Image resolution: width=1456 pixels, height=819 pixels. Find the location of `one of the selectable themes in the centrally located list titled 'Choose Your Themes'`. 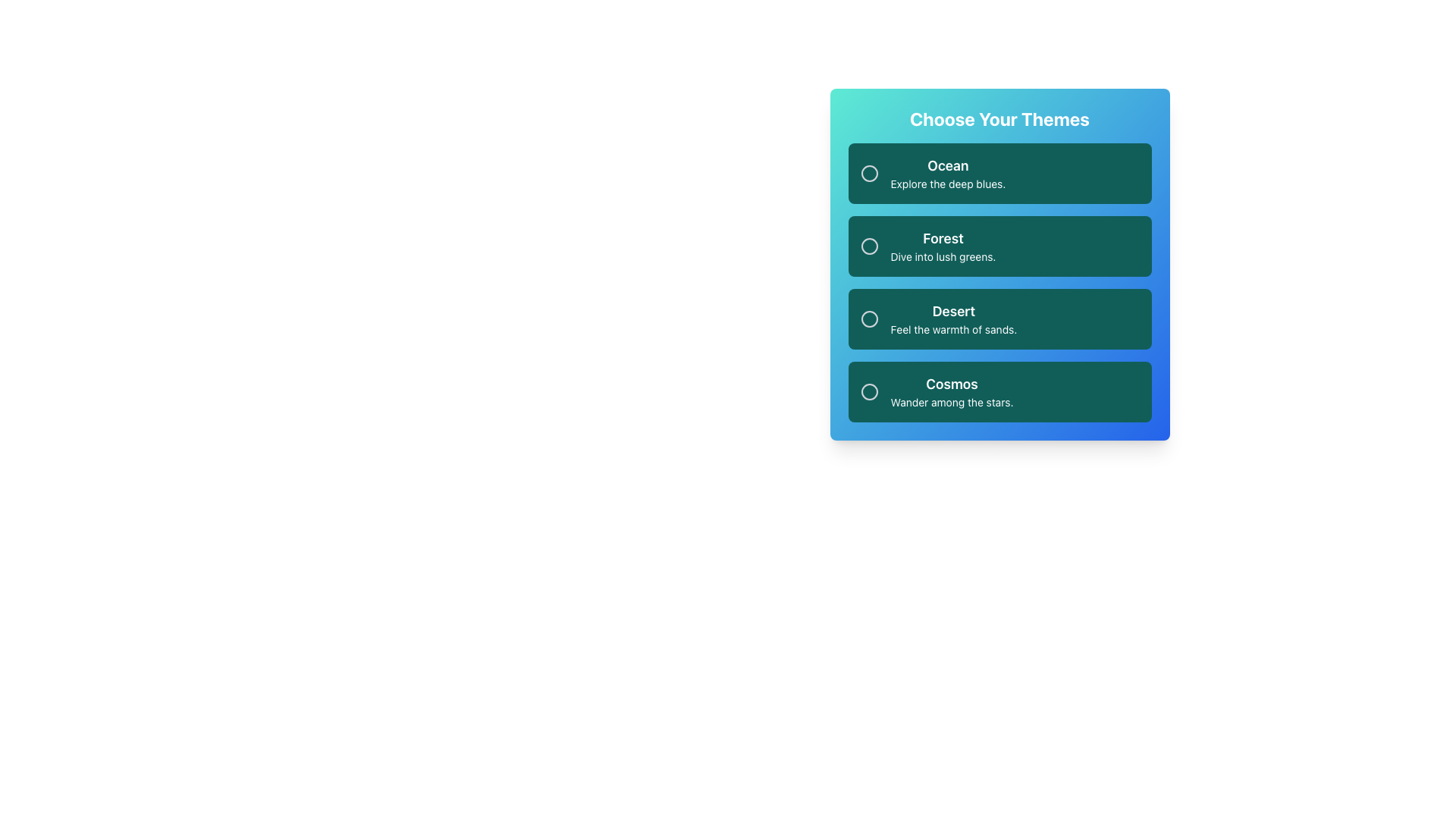

one of the selectable themes in the centrally located list titled 'Choose Your Themes' is located at coordinates (999, 283).